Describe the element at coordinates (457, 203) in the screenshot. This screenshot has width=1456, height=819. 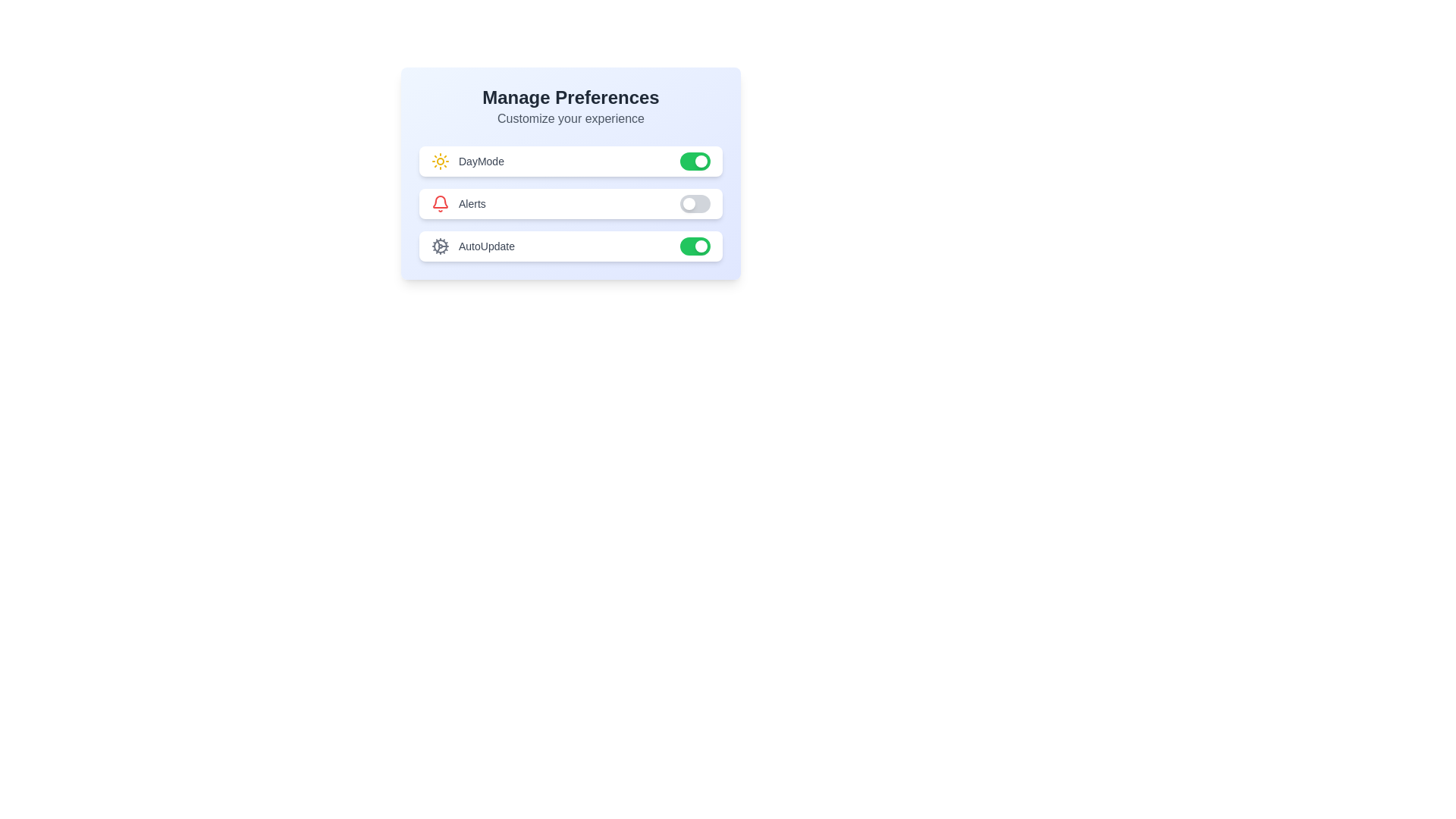
I see `the label with icon that serves as a title for the alert or notification preferences, located below the 'DayMode' toggle and above the 'AutoUpdate' toggle` at that location.